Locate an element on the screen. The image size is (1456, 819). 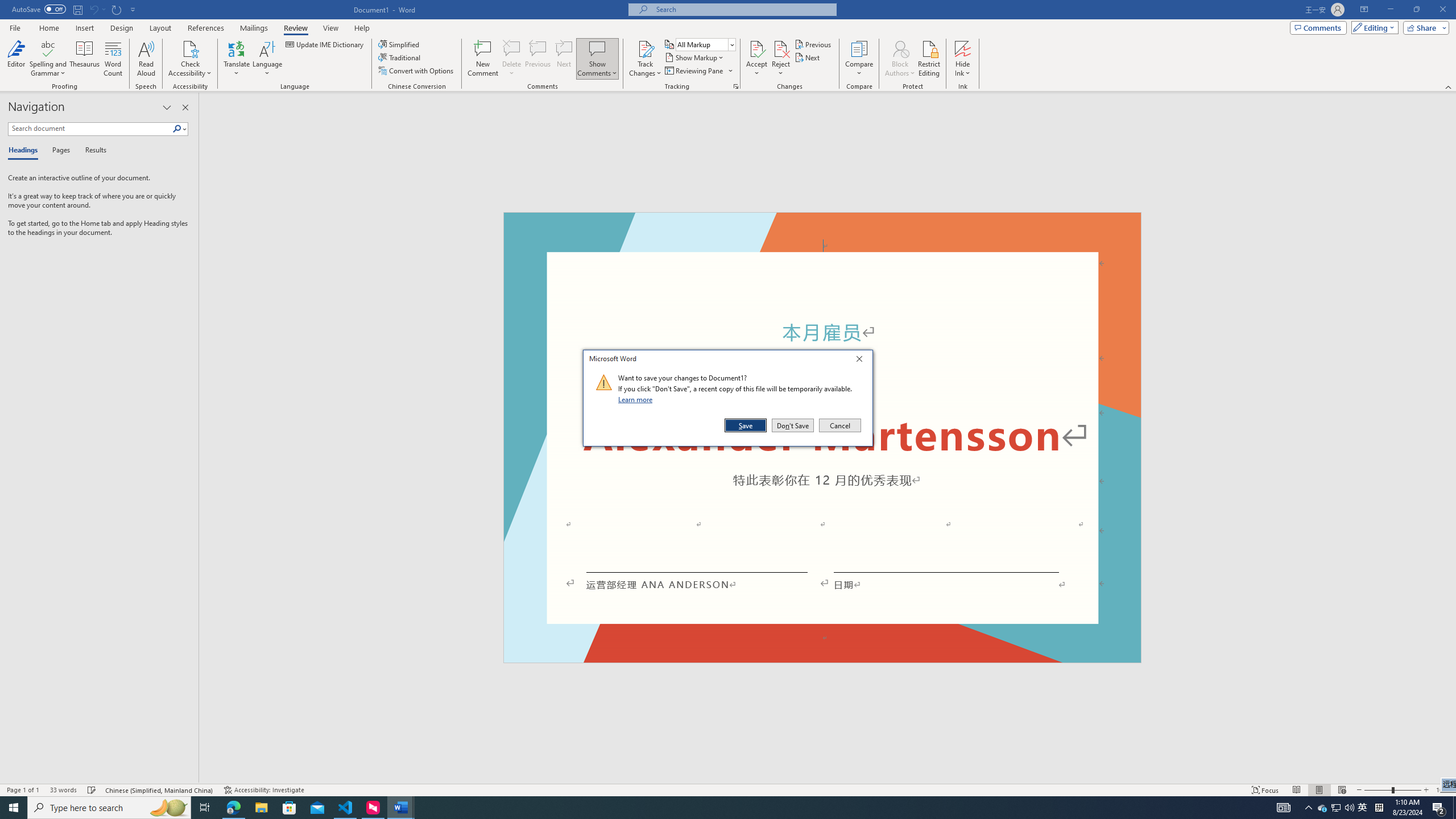
'Share' is located at coordinates (1423, 27).